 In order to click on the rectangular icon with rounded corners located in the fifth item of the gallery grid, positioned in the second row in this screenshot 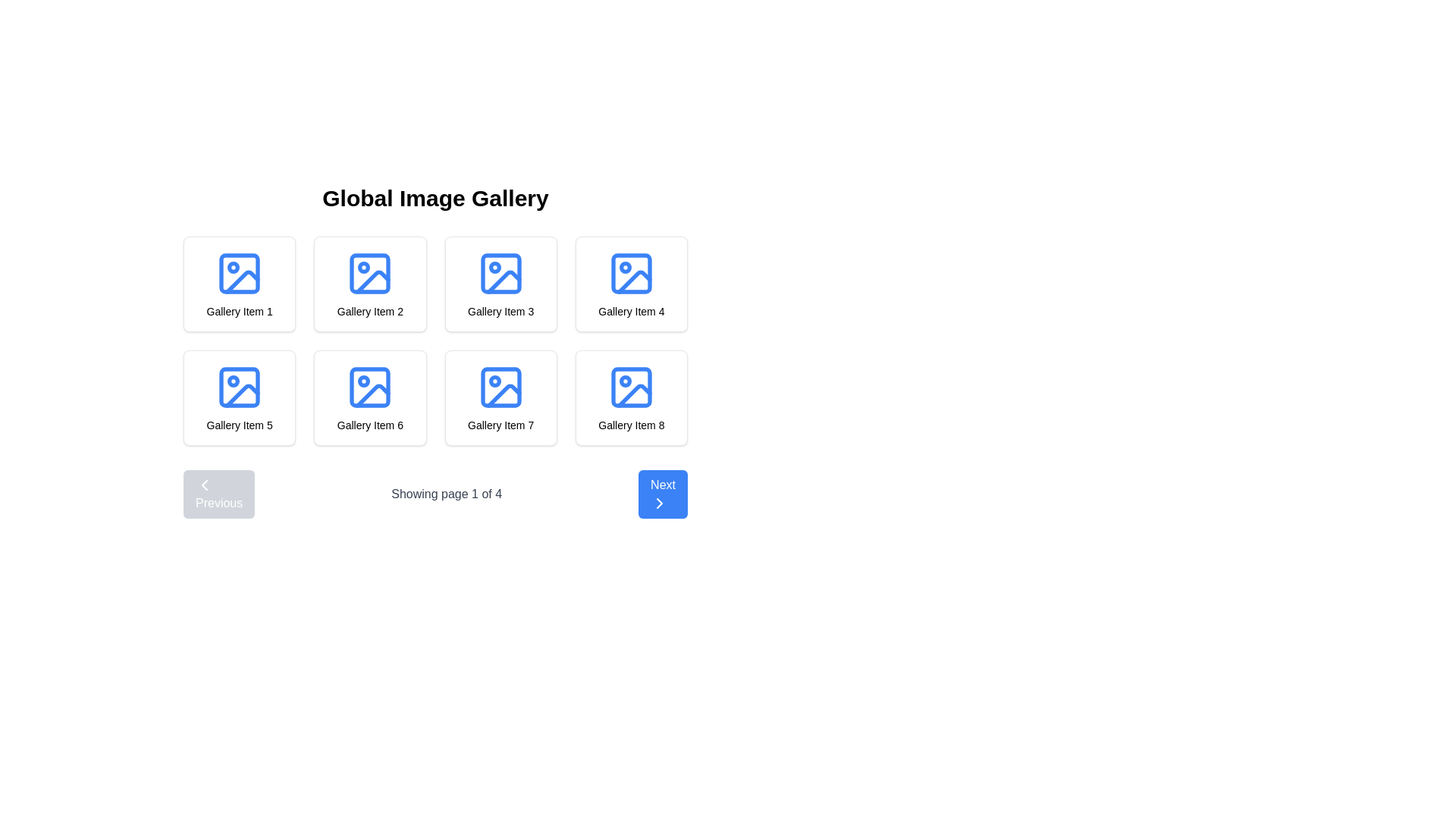, I will do `click(239, 386)`.